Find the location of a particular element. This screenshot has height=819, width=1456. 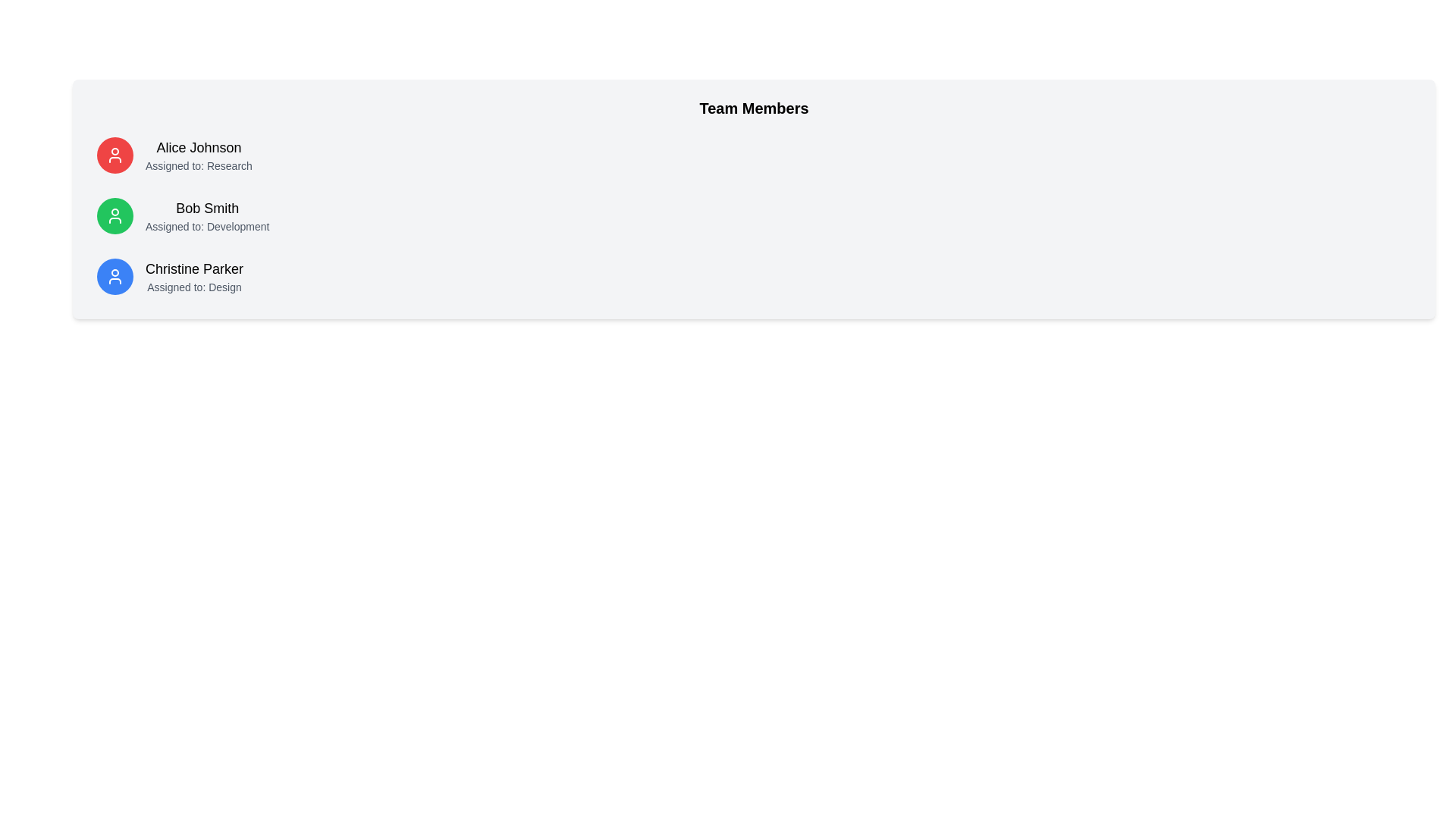

the text label that identifies a team member, located at the top of the team members listing interface is located at coordinates (198, 148).